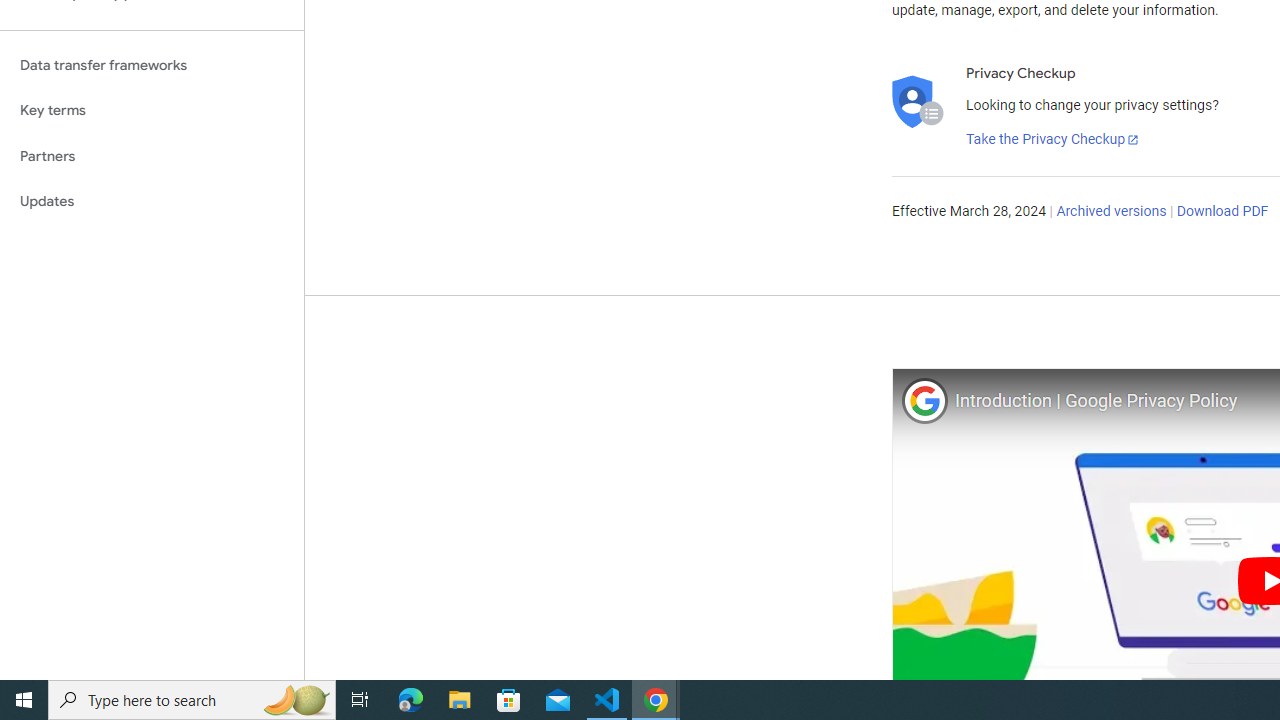 The width and height of the screenshot is (1280, 720). What do you see at coordinates (1221, 212) in the screenshot?
I see `'Download PDF'` at bounding box center [1221, 212].